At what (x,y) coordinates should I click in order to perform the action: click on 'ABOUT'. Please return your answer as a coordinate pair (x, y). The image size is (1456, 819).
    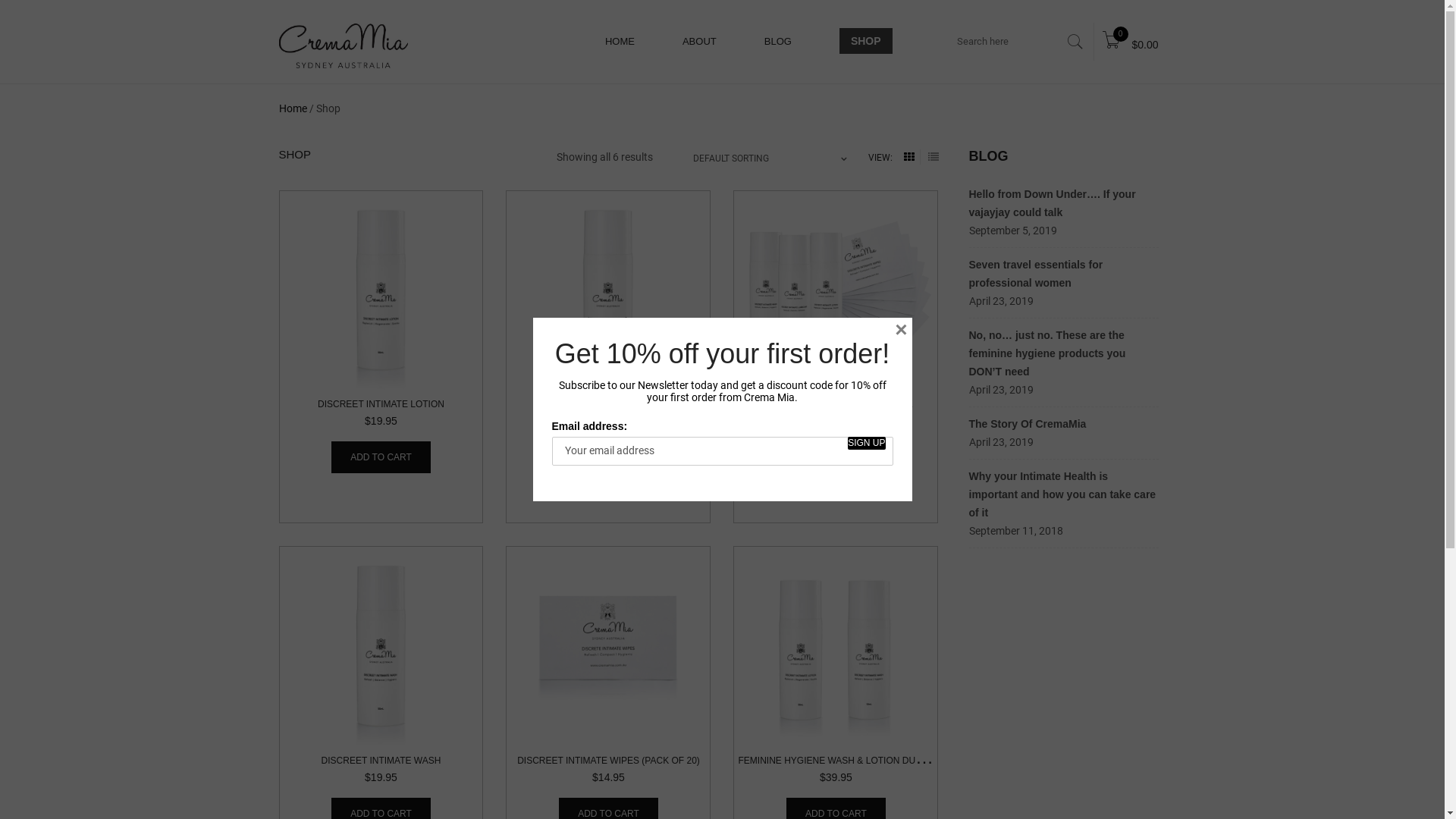
    Looking at the image, I should click on (698, 40).